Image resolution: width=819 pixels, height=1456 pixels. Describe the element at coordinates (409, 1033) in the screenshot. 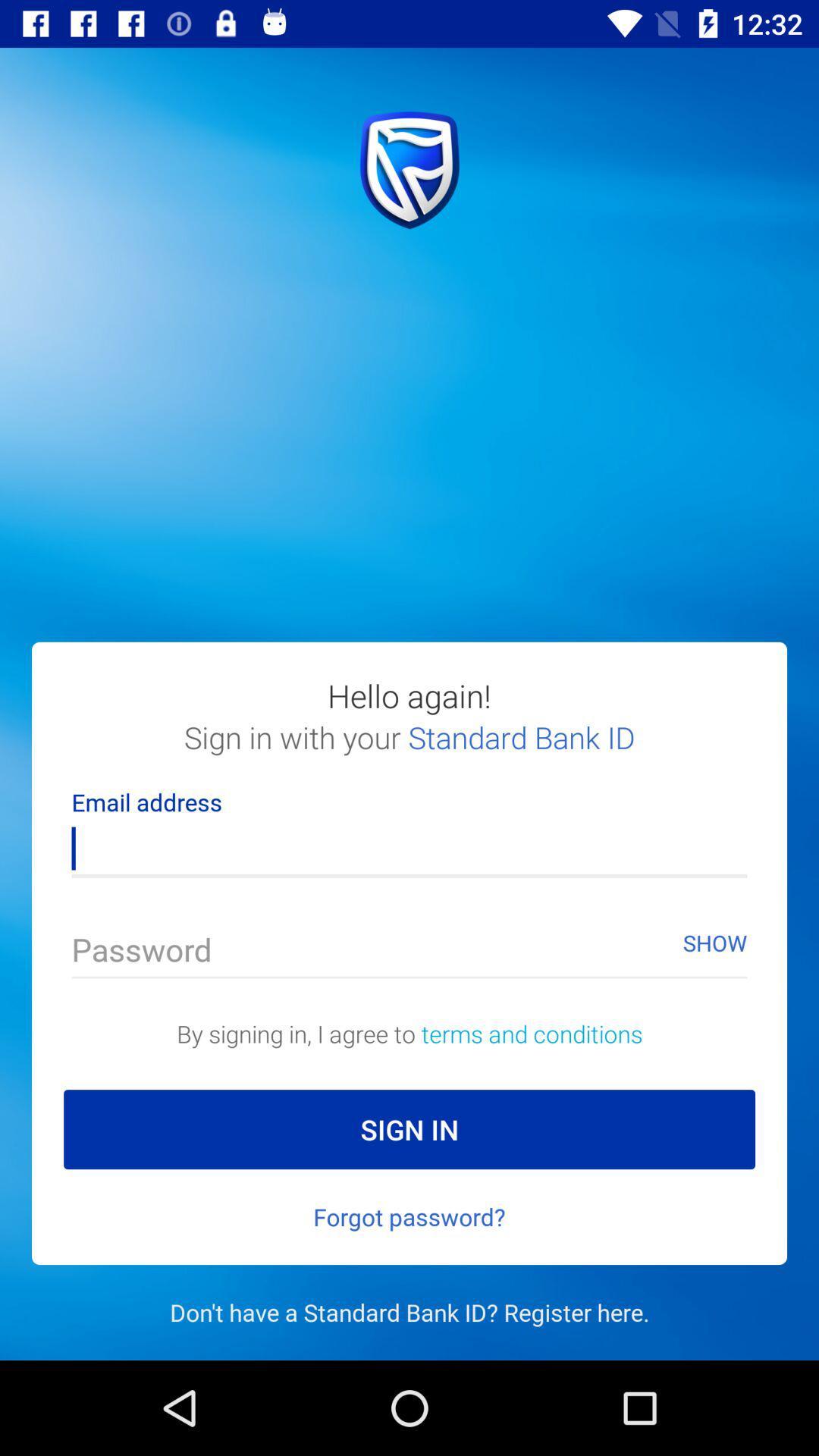

I see `the text above the sign in` at that location.